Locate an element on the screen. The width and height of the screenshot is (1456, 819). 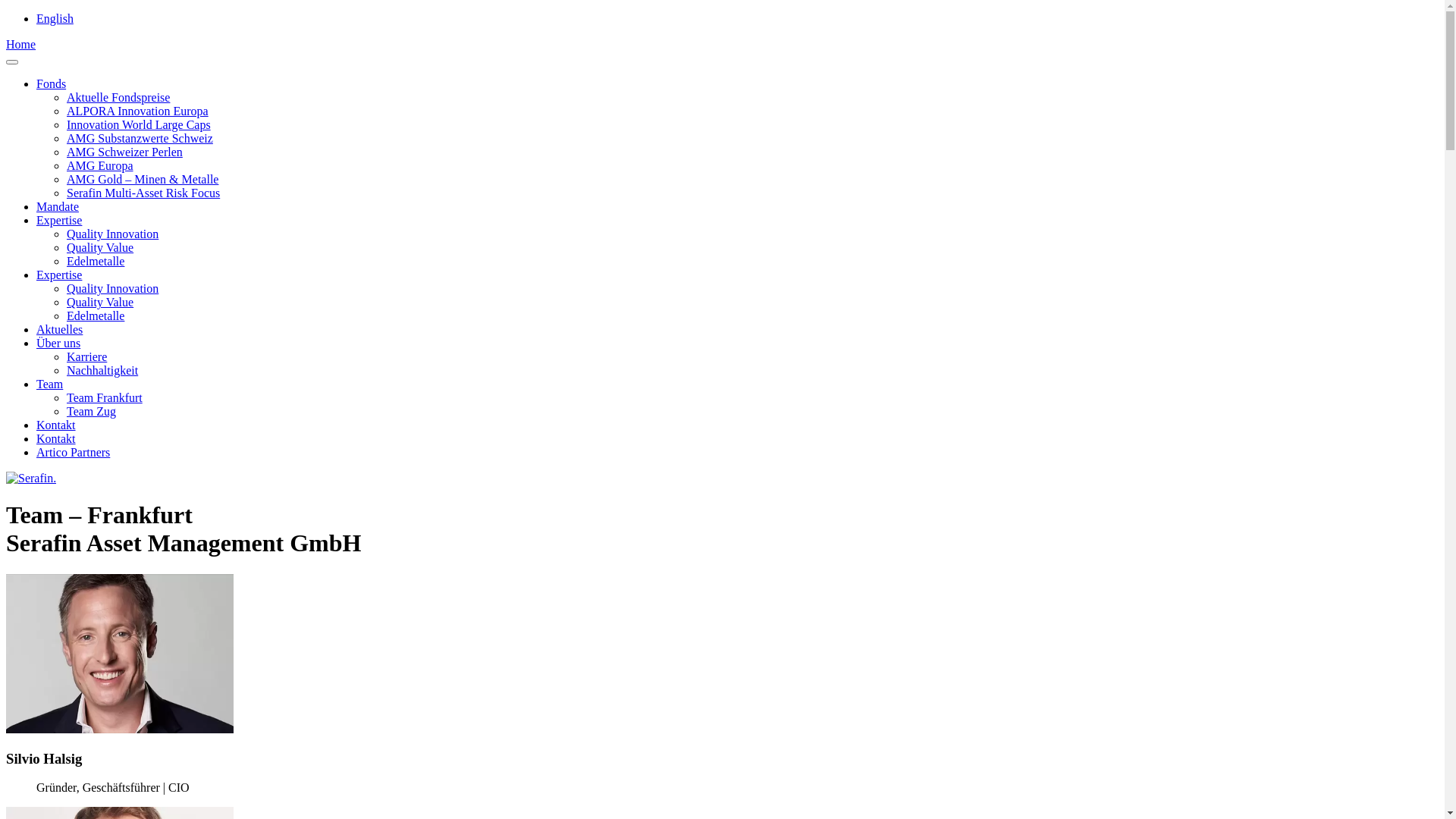
'Quality Value' is located at coordinates (99, 302).